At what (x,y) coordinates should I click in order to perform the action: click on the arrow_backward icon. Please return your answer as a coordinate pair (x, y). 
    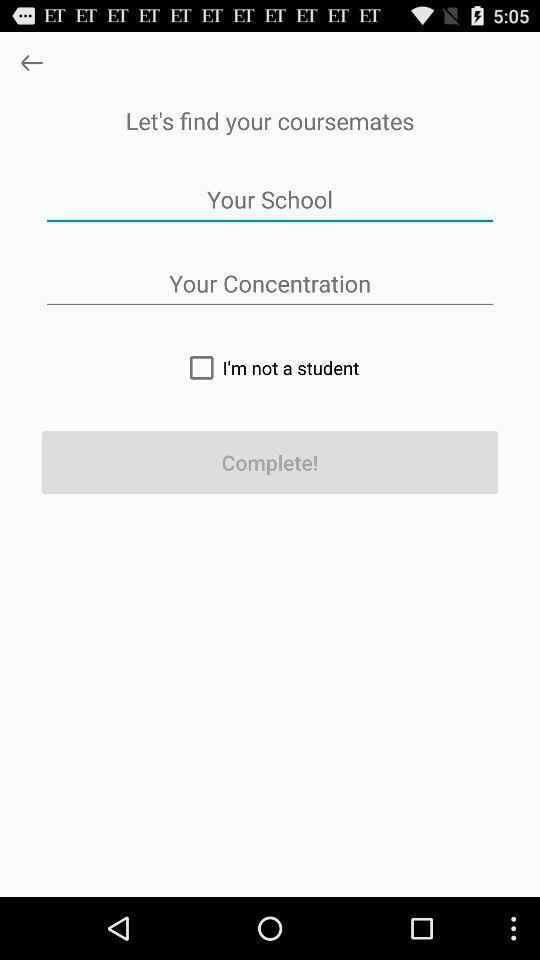
    Looking at the image, I should click on (30, 67).